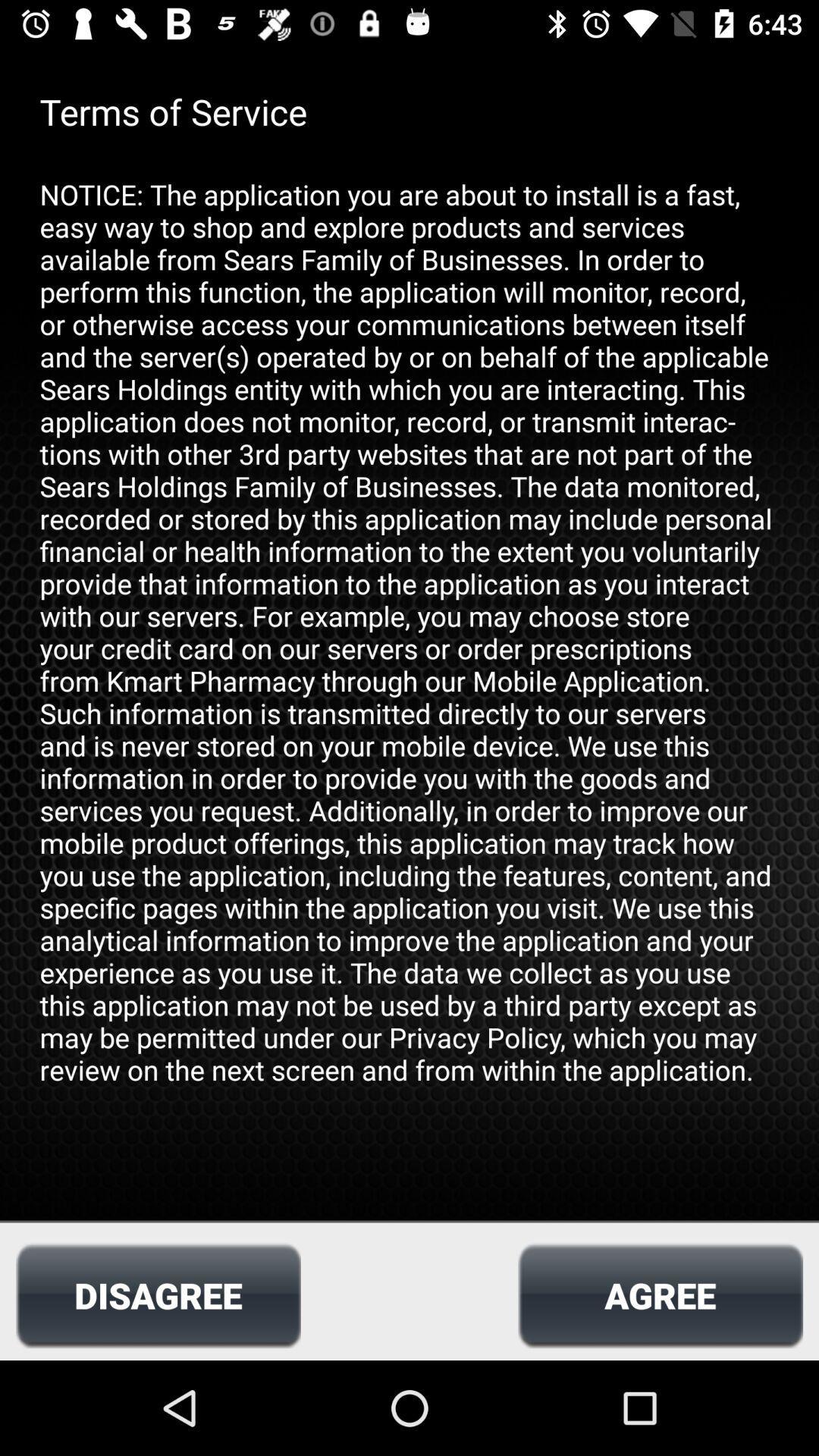 The height and width of the screenshot is (1456, 819). I want to click on disagree icon, so click(158, 1294).